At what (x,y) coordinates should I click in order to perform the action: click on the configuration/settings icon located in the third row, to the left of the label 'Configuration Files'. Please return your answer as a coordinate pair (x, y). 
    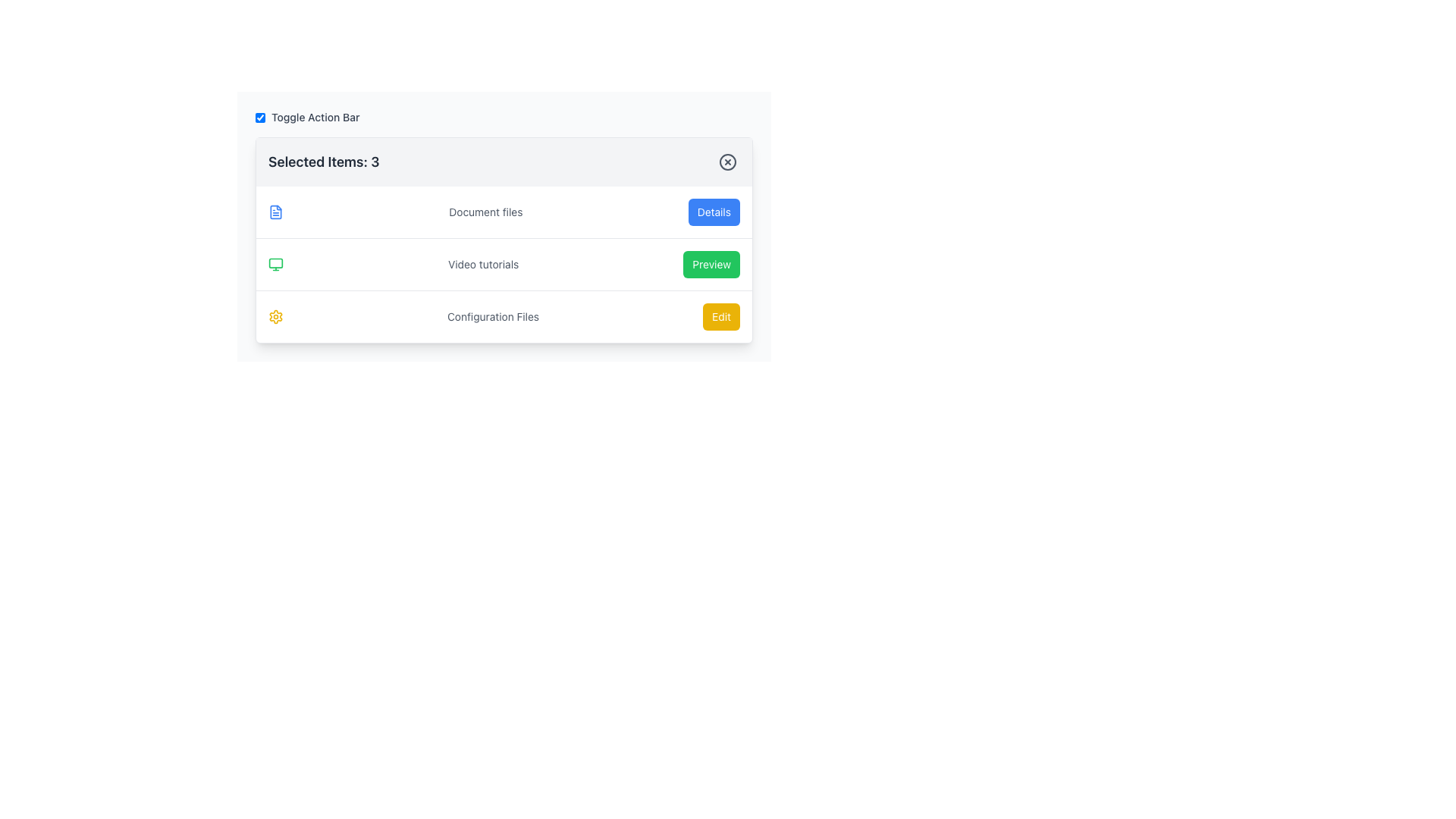
    Looking at the image, I should click on (276, 315).